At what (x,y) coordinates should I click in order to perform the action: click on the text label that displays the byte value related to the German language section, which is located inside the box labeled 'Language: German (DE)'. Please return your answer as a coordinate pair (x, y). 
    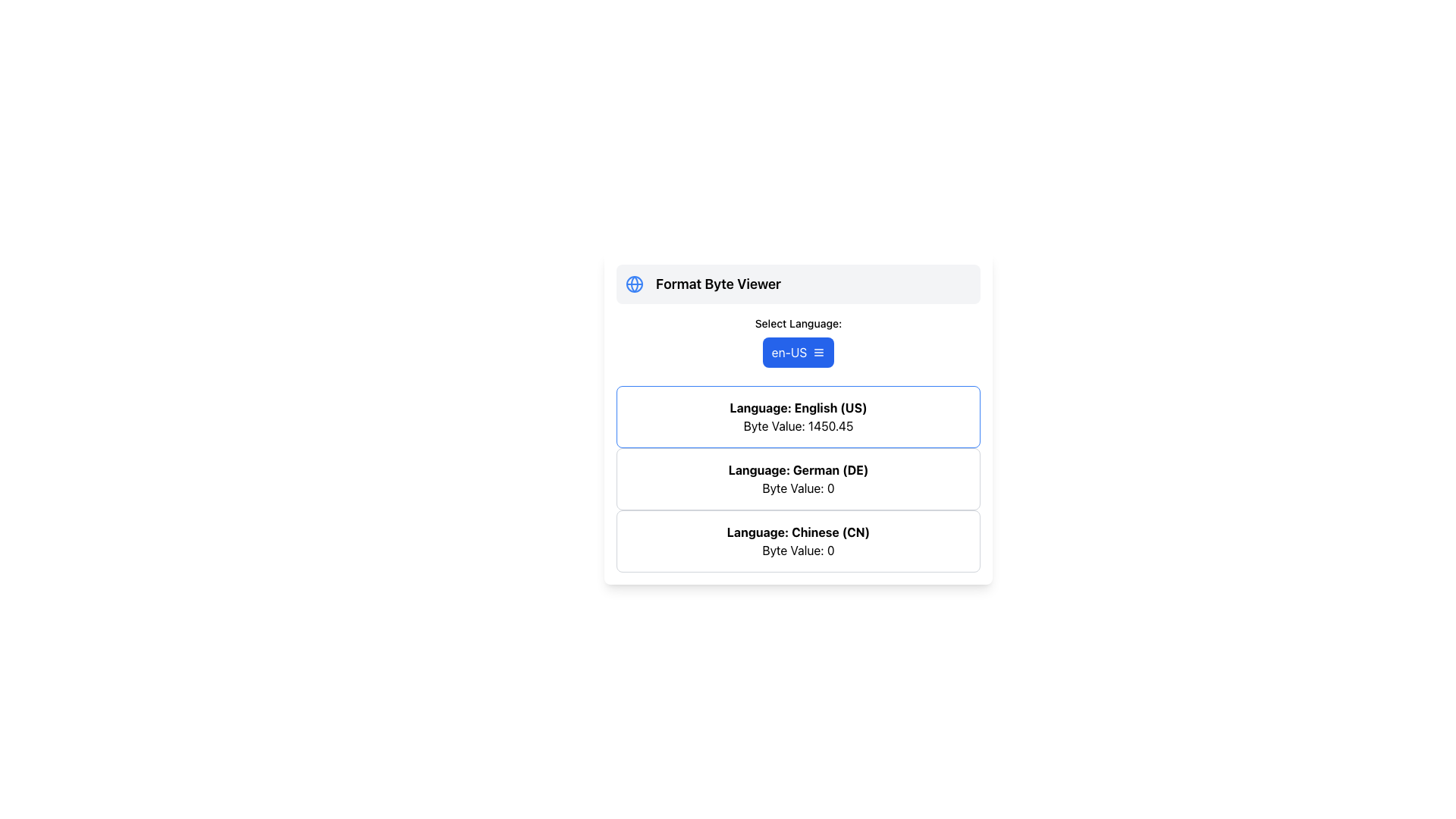
    Looking at the image, I should click on (797, 488).